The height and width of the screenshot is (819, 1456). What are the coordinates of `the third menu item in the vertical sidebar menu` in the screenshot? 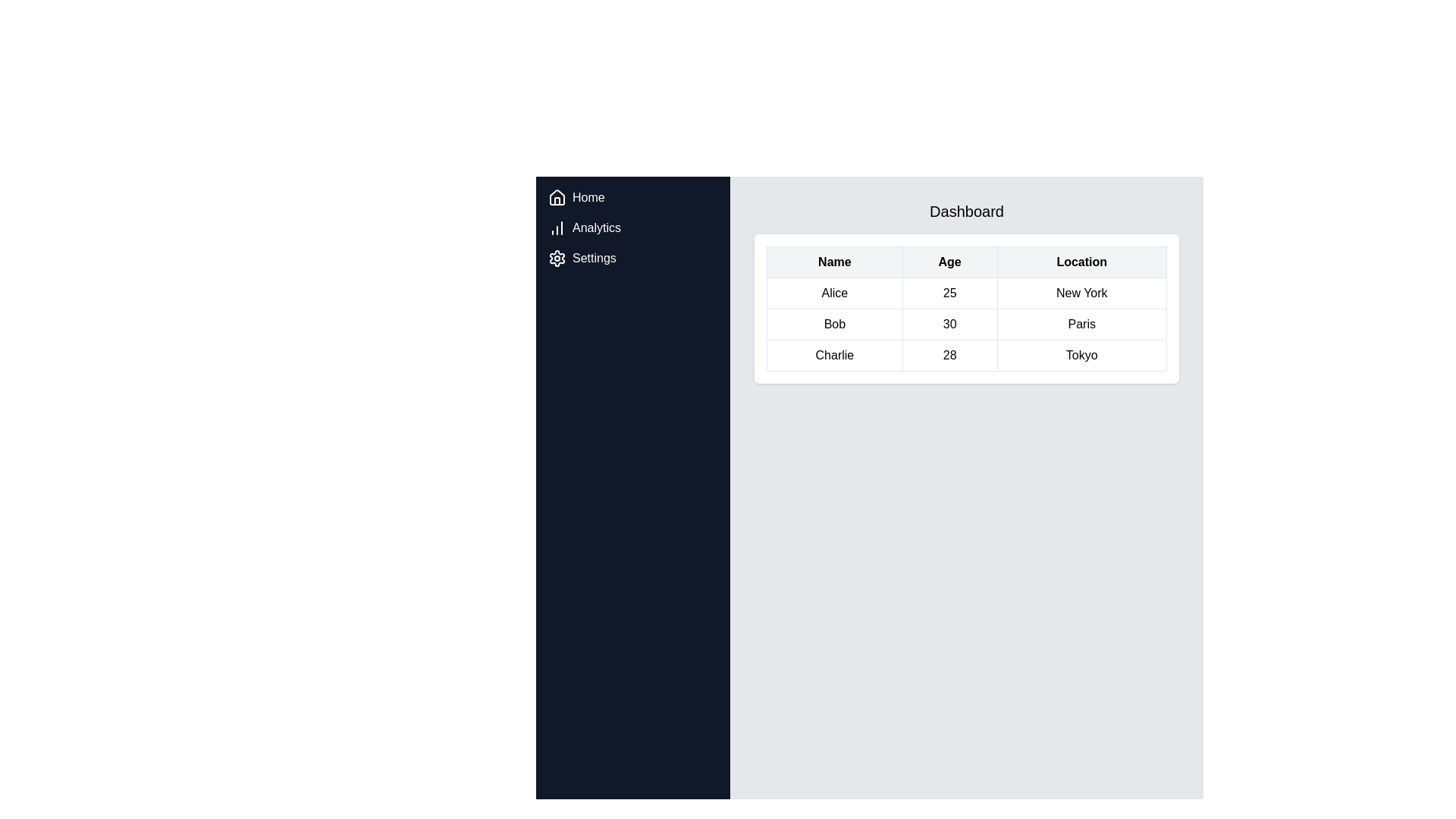 It's located at (633, 257).